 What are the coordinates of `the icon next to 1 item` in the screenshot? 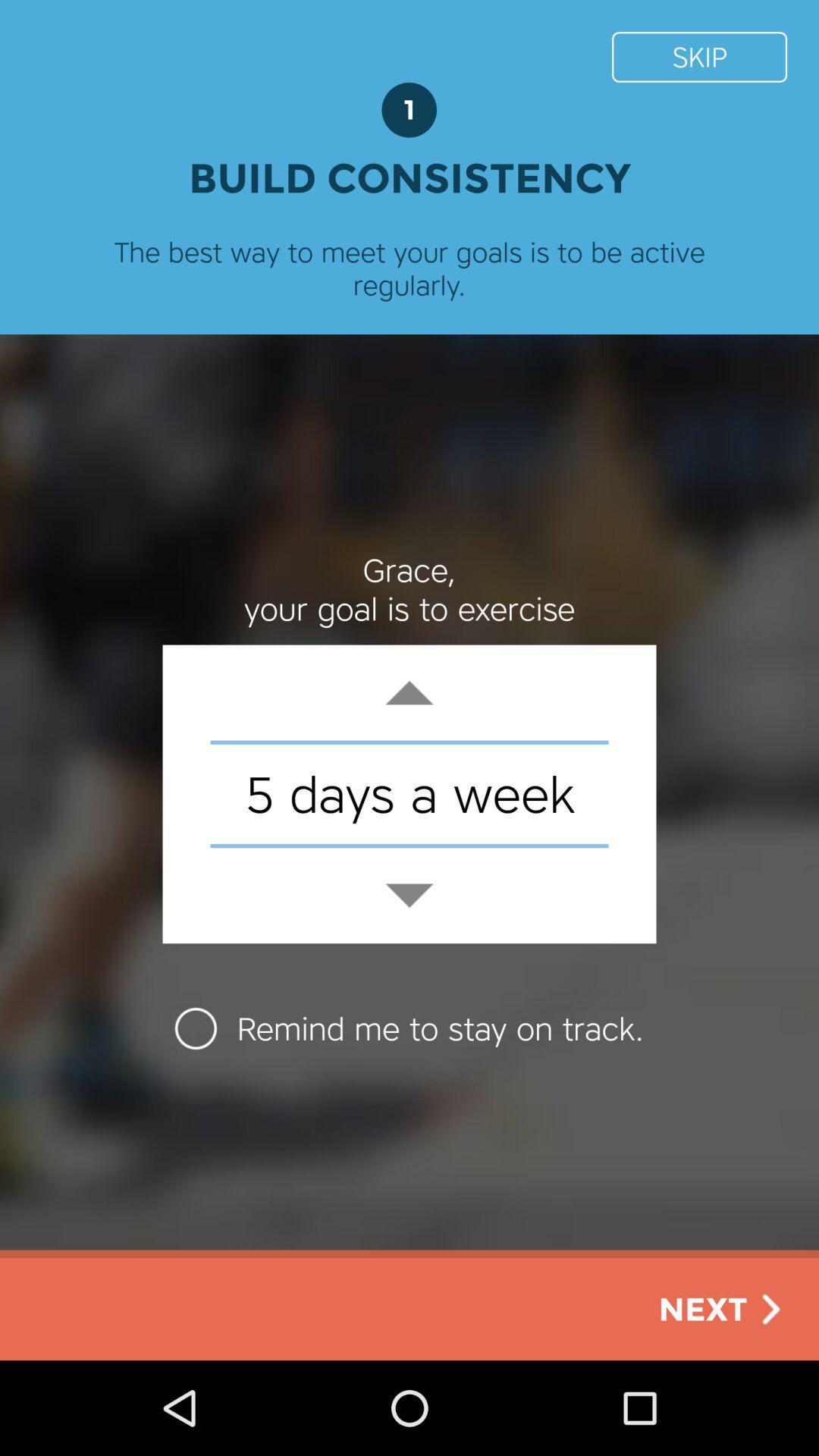 It's located at (699, 57).